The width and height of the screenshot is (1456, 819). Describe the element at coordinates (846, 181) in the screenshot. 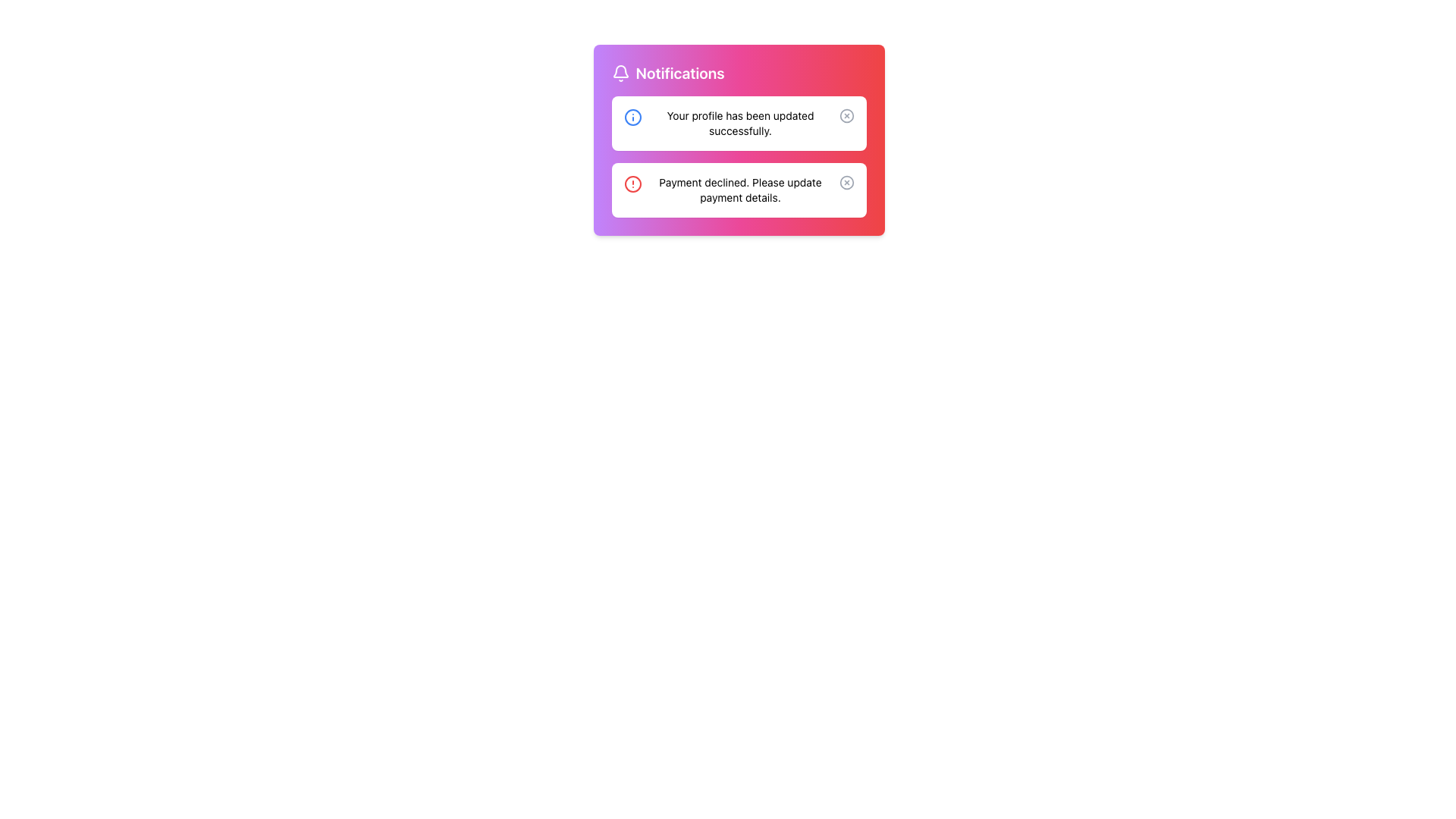

I see `the circle icon` at that location.